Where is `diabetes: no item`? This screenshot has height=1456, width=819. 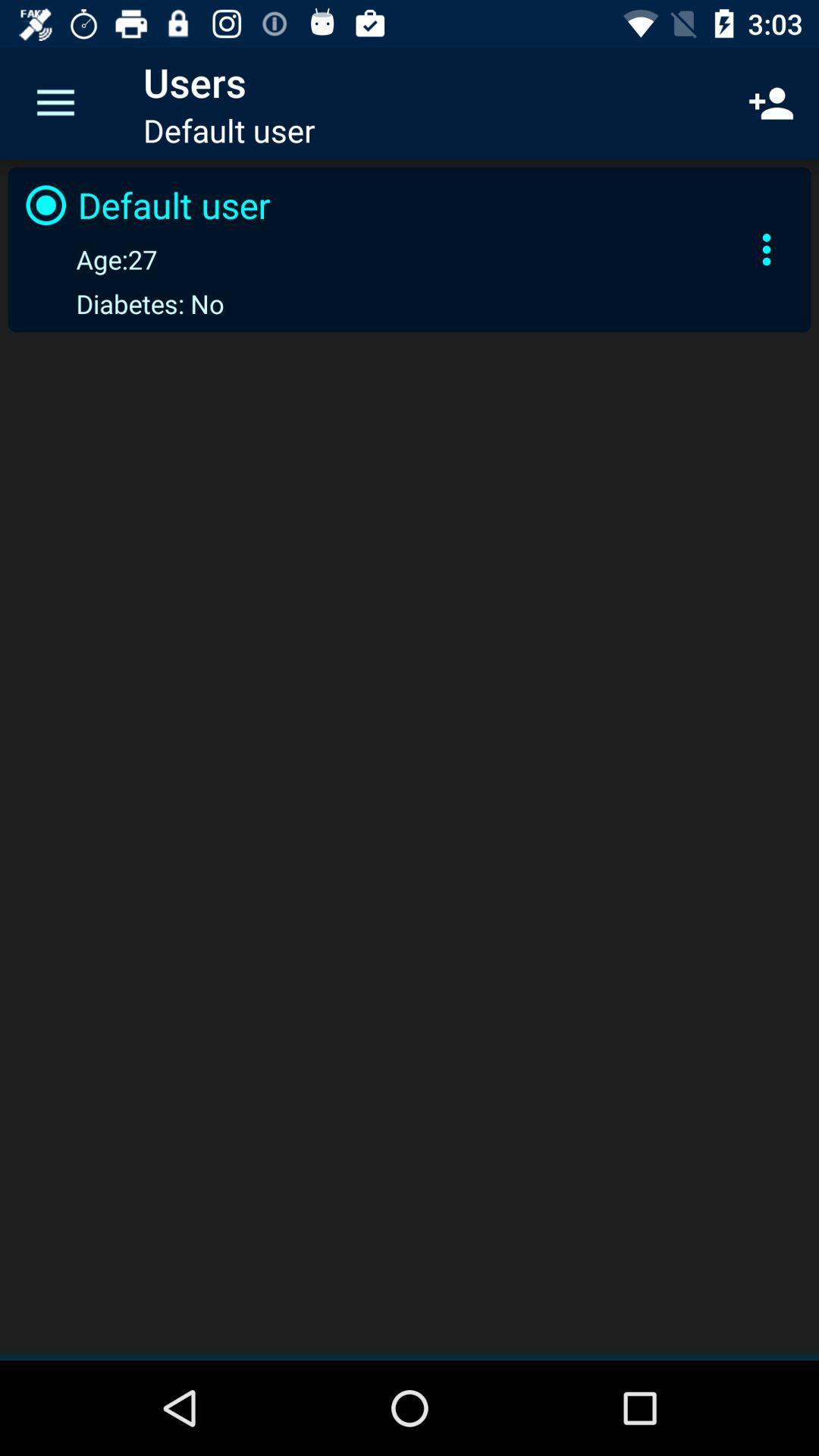
diabetes: no item is located at coordinates (121, 303).